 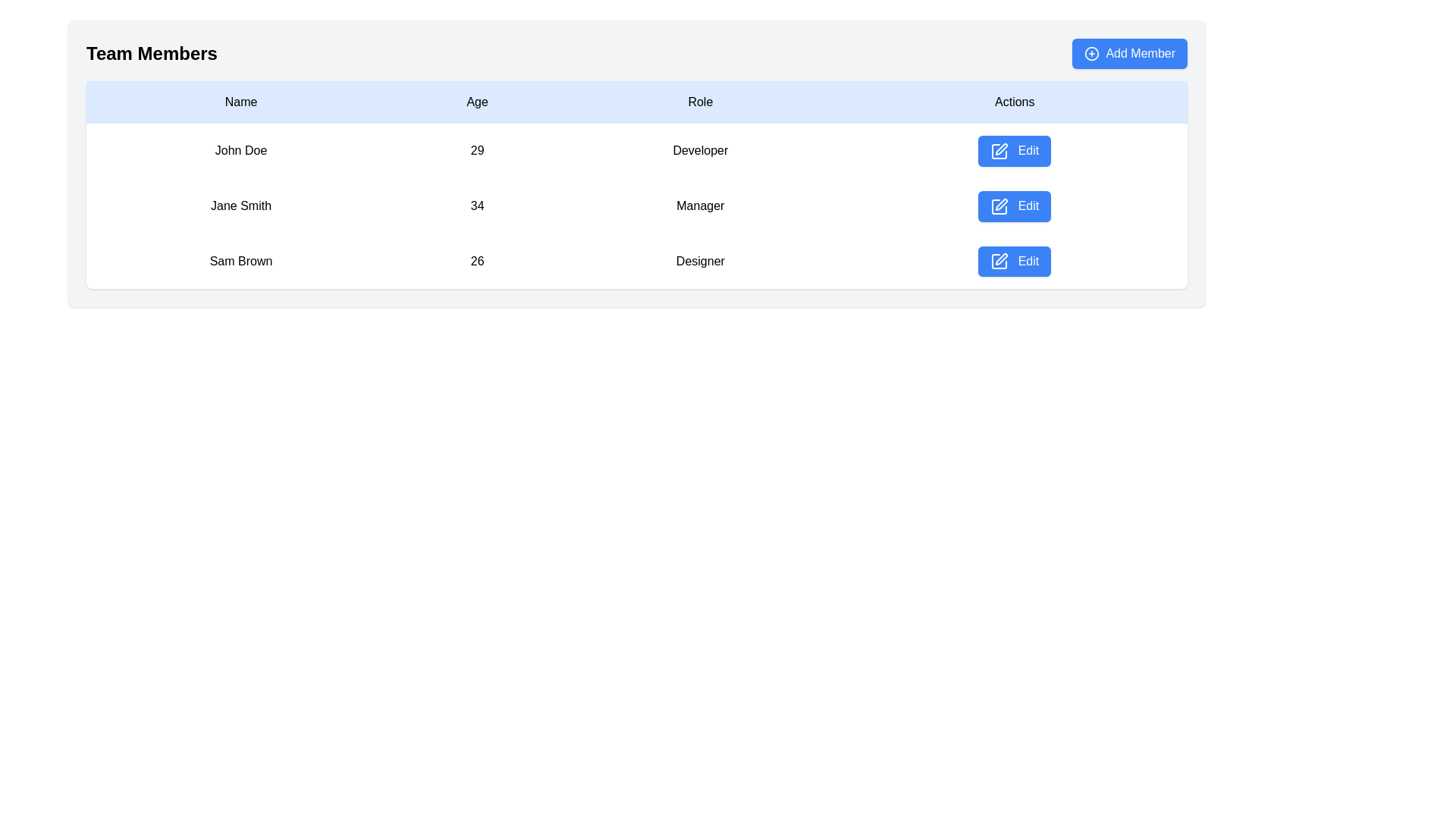 I want to click on the 'Edit' button with a blue background and white text labeled 'Edit' located in the last row of the 'Actions' column, so click(x=1015, y=260).